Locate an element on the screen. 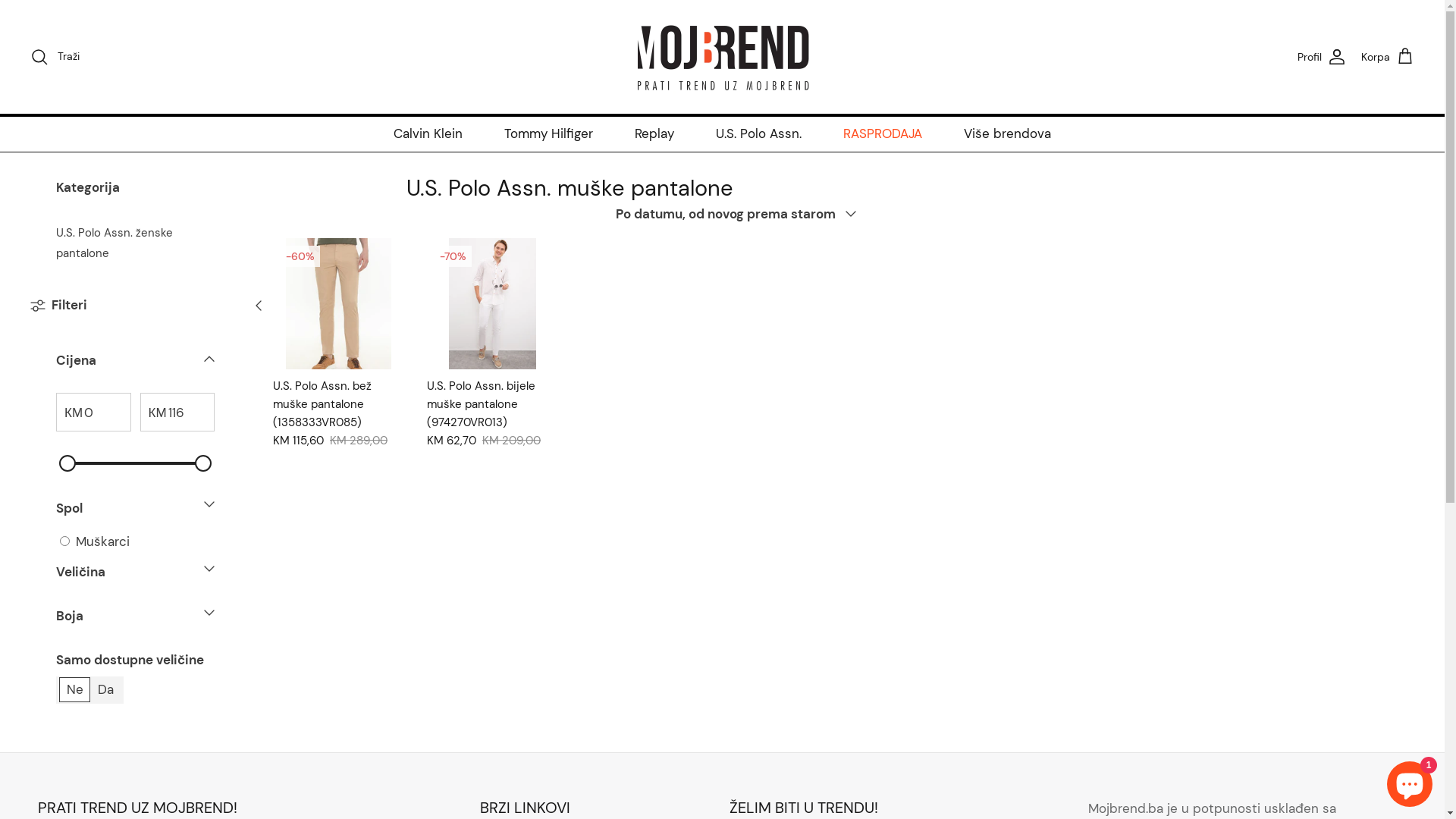 The width and height of the screenshot is (1456, 819). 'Kategorija' is located at coordinates (158, 187).